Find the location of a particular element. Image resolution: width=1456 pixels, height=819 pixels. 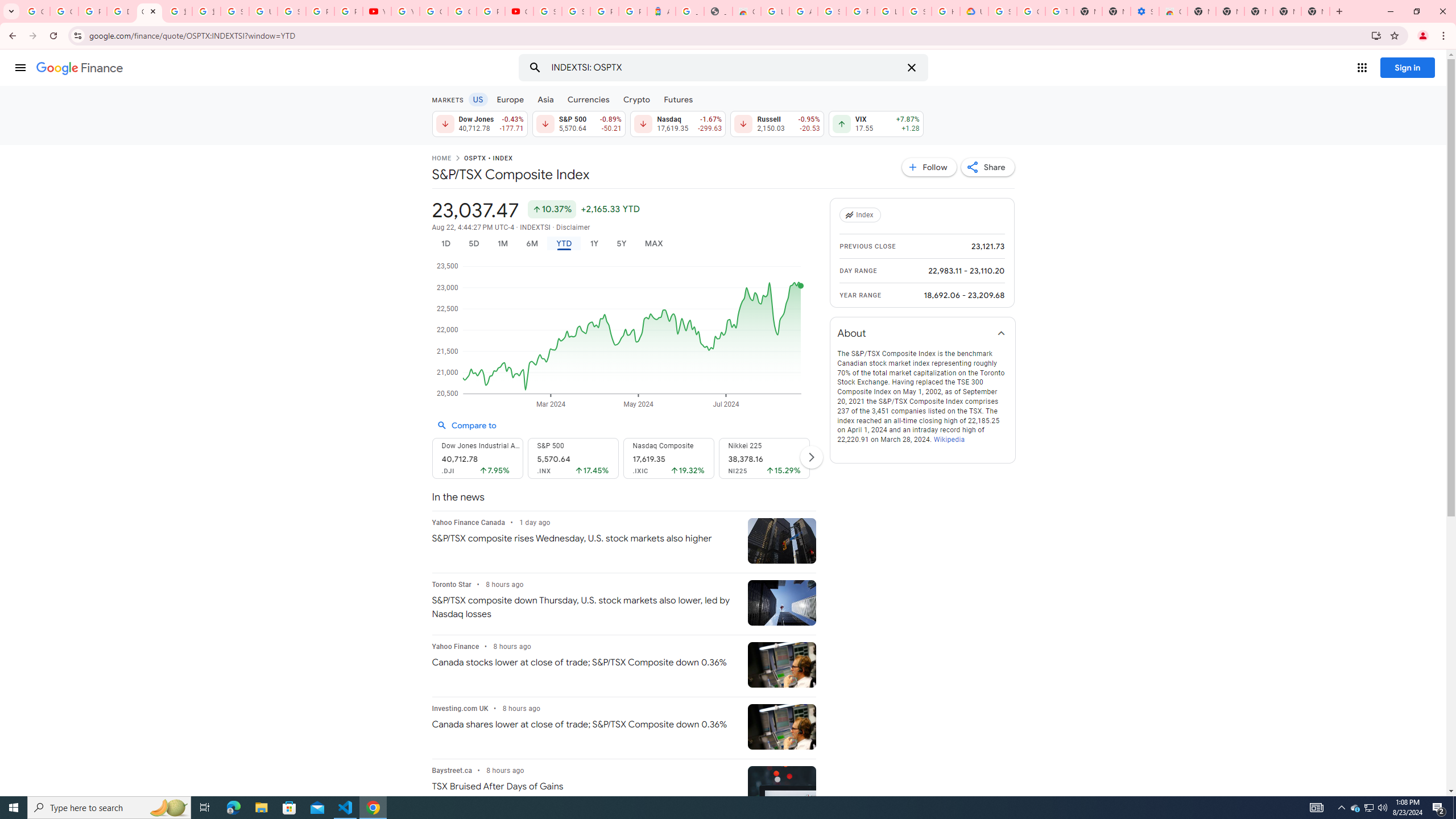

'VIX 17.55 Up by 7.87% +1.28' is located at coordinates (875, 123).